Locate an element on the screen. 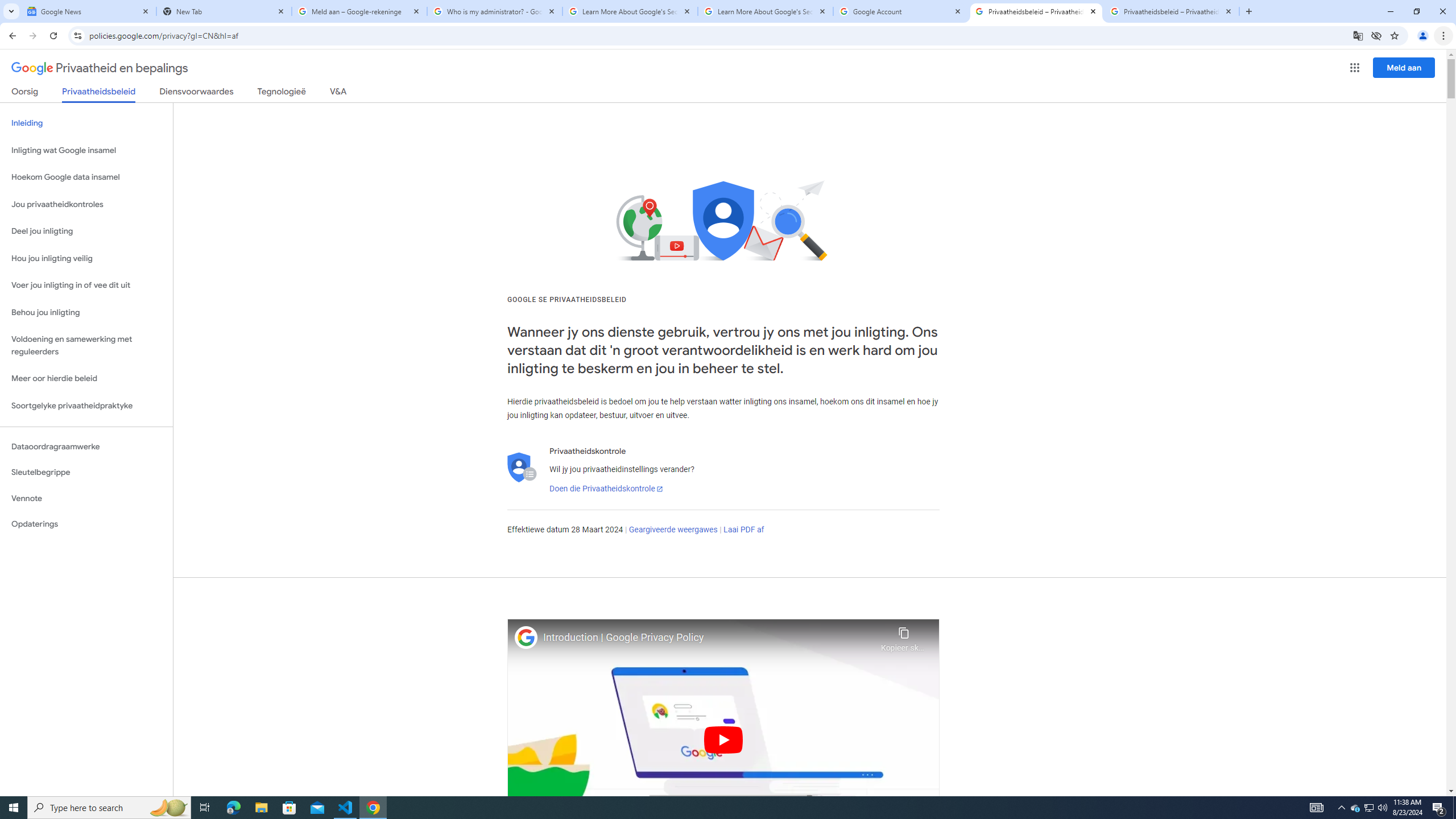  'Geargiveerde weergawes' is located at coordinates (673, 529).